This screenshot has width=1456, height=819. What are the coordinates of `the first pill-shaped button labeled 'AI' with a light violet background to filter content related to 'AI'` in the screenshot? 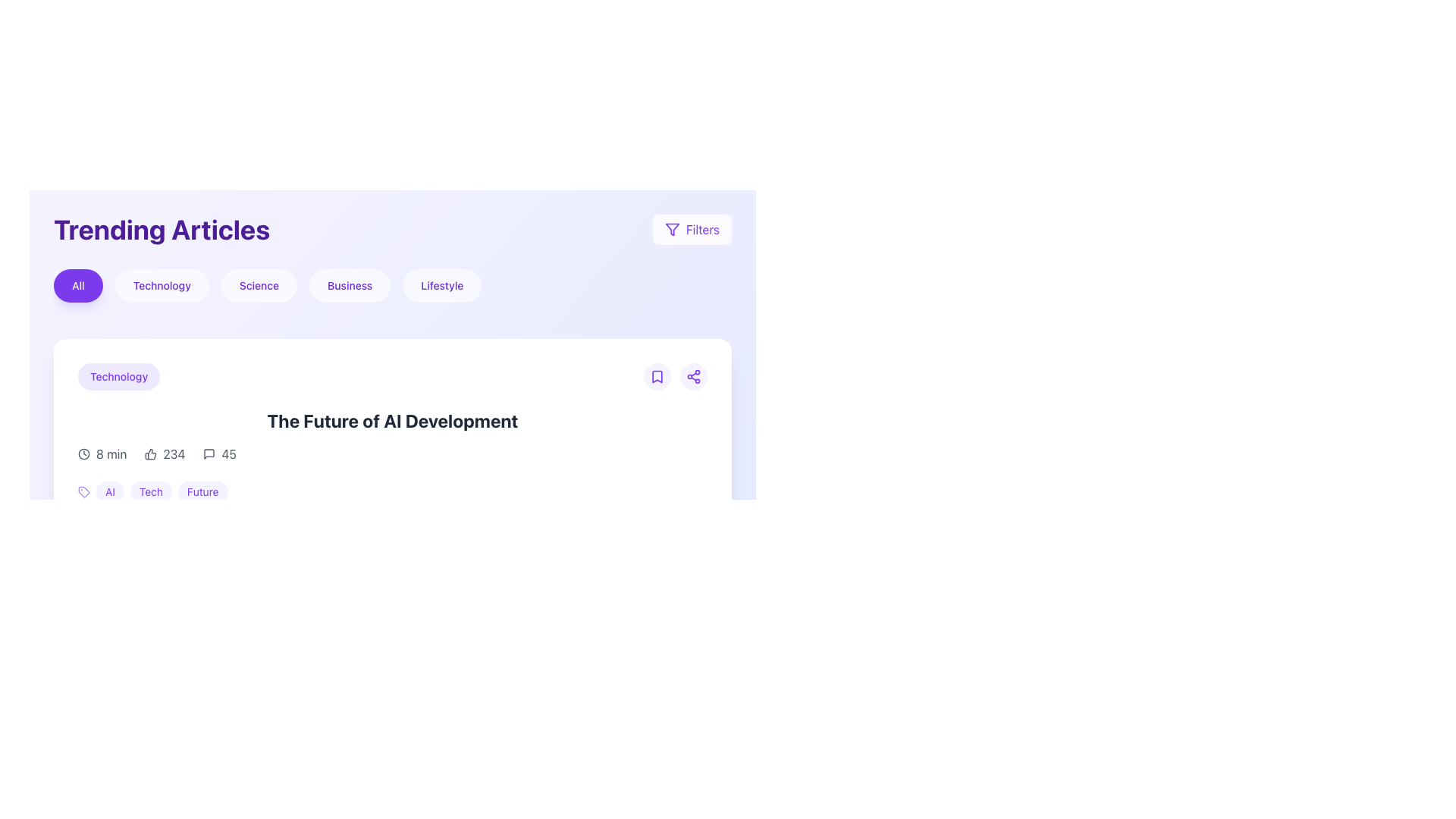 It's located at (109, 491).